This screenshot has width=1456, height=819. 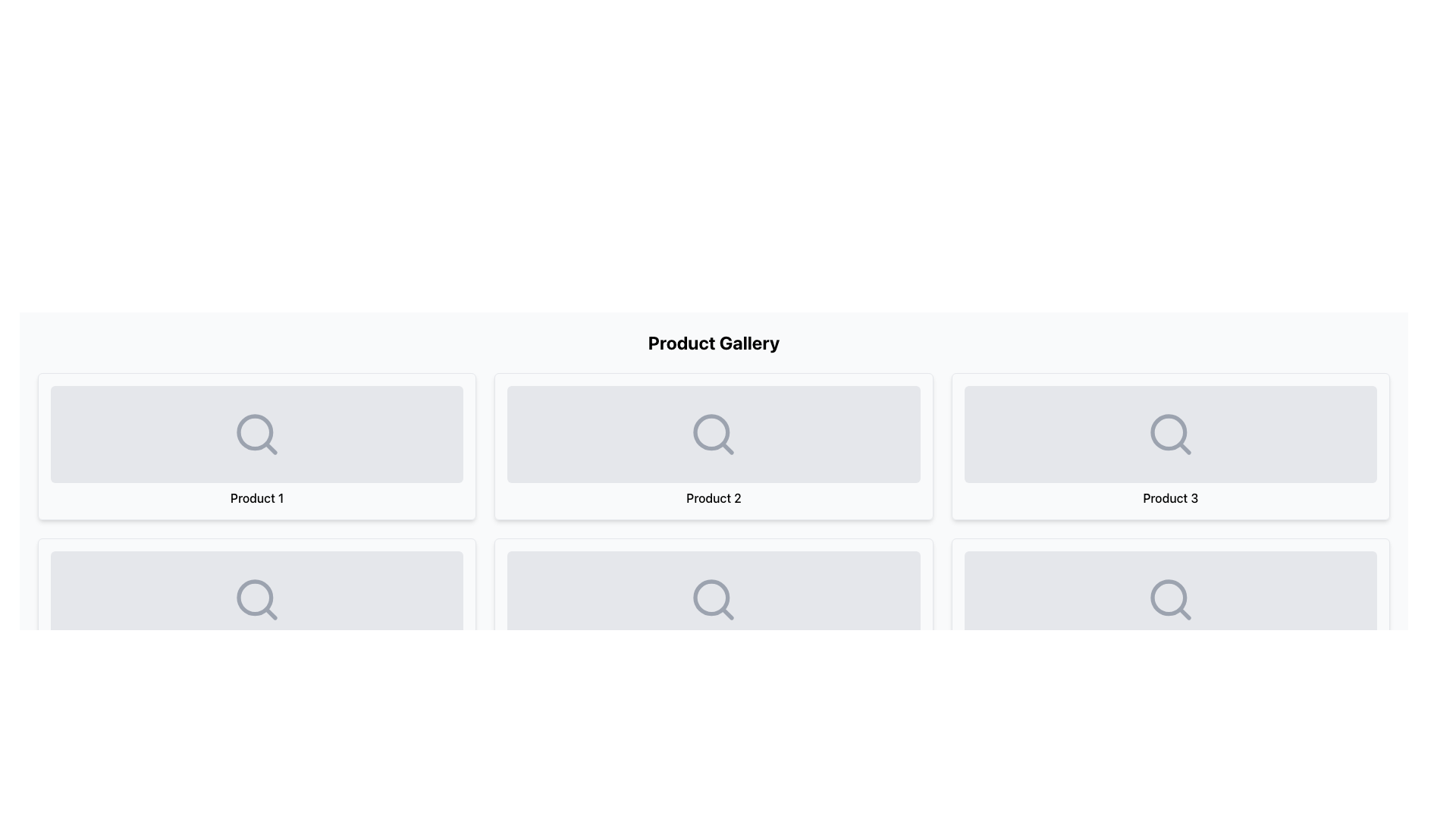 I want to click on the bold, large text label 'Product Gallery' that is centered at the top of the page layout, which serves as a key title above the product display grid, so click(x=713, y=342).